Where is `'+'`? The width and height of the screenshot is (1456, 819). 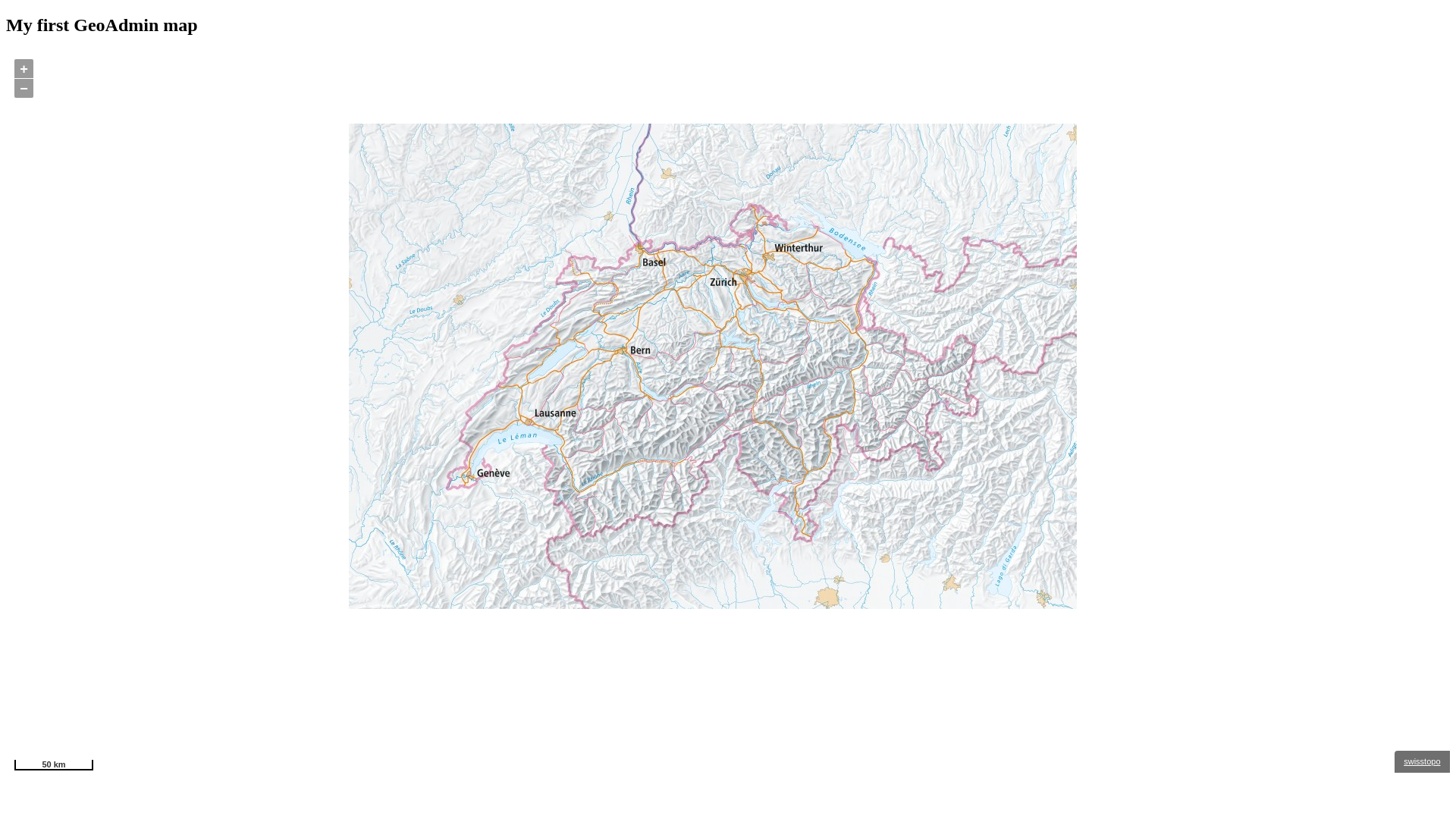 '+' is located at coordinates (24, 68).